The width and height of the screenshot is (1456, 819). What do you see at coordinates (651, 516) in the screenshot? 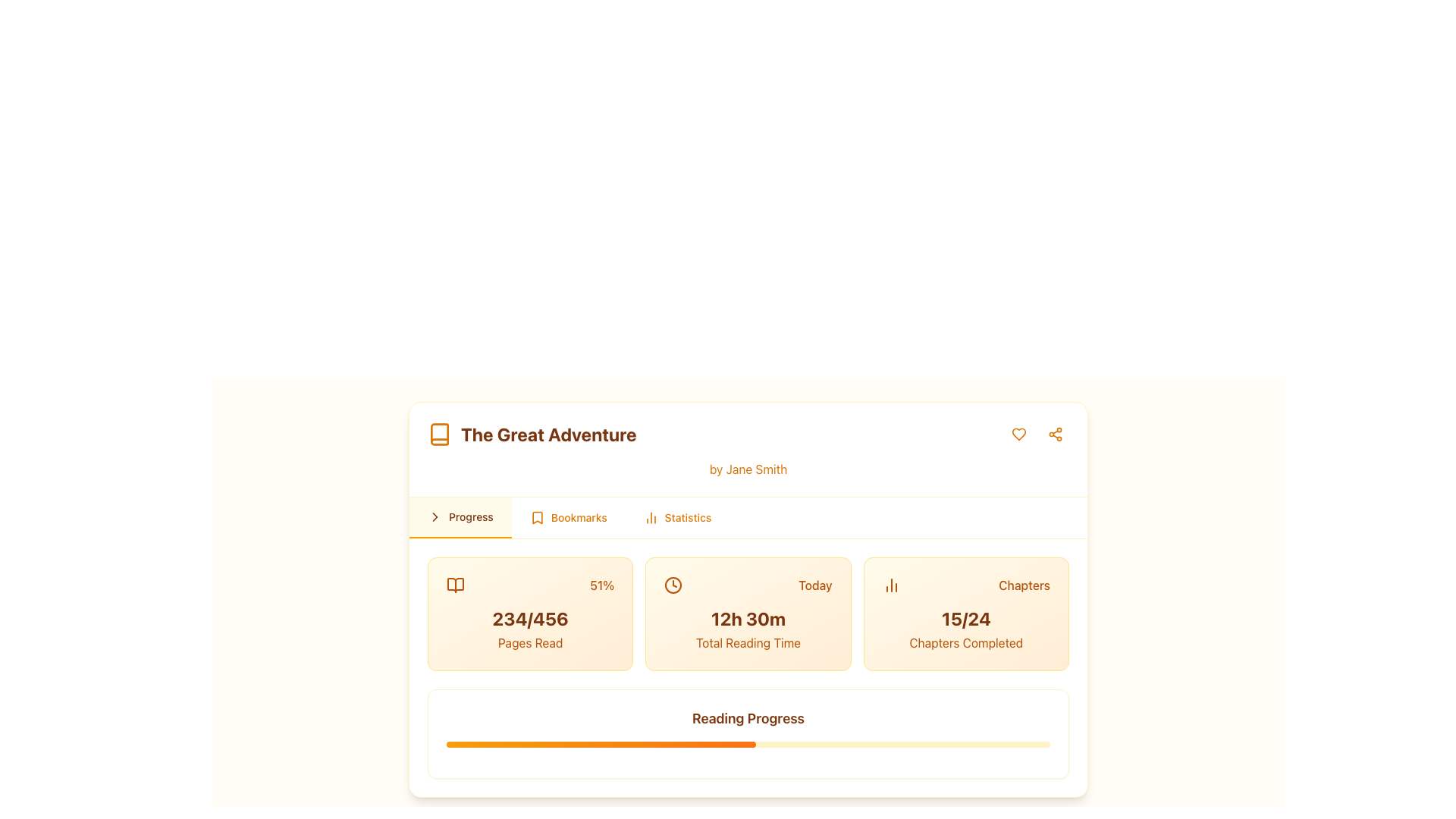
I see `the icon representing statistical features located in the 'Statistics' tab section, positioned near the left side of the tab's textual label` at bounding box center [651, 516].